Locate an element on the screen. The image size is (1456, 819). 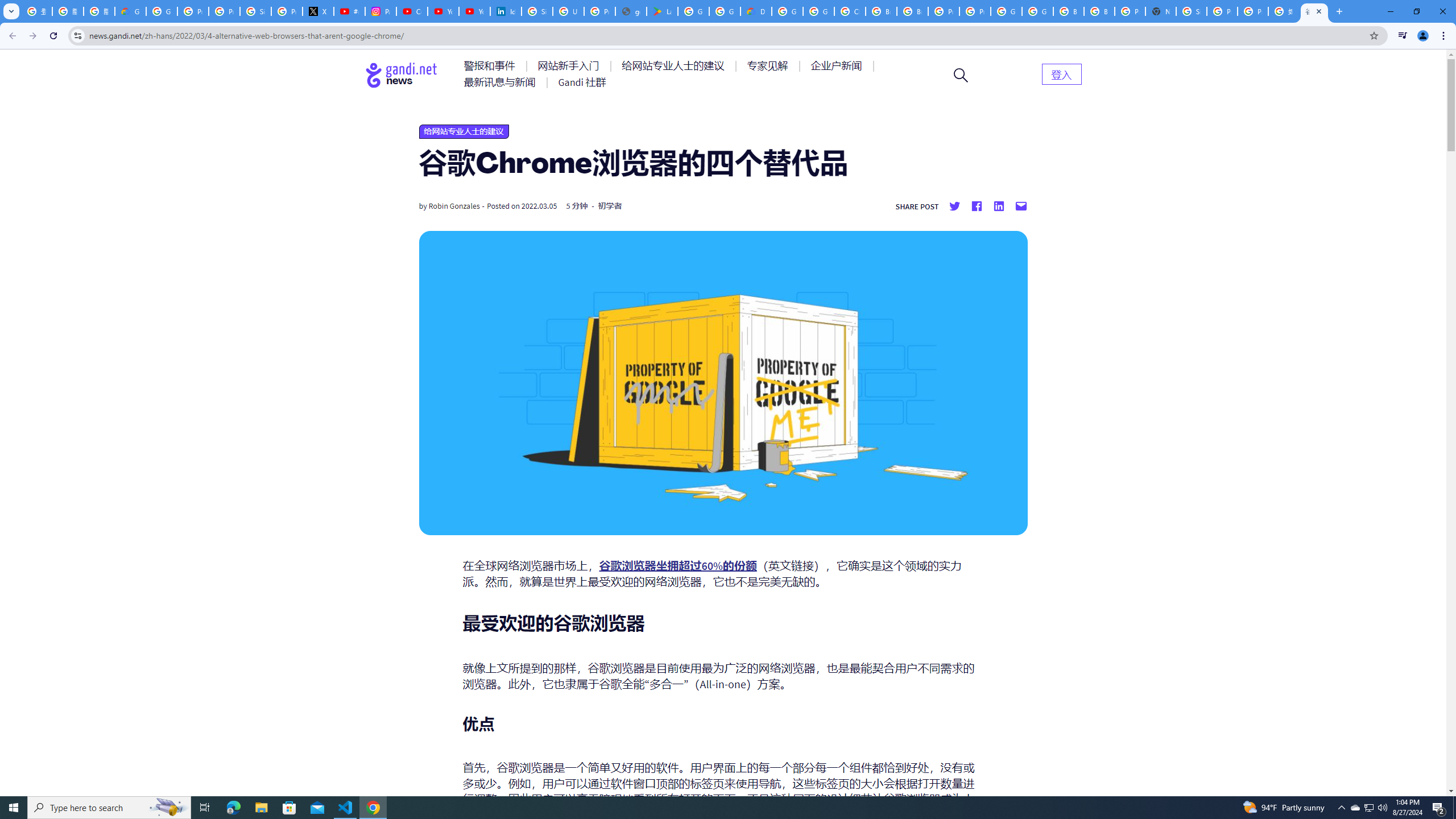
'Google Cloud Privacy Notice' is located at coordinates (130, 11).